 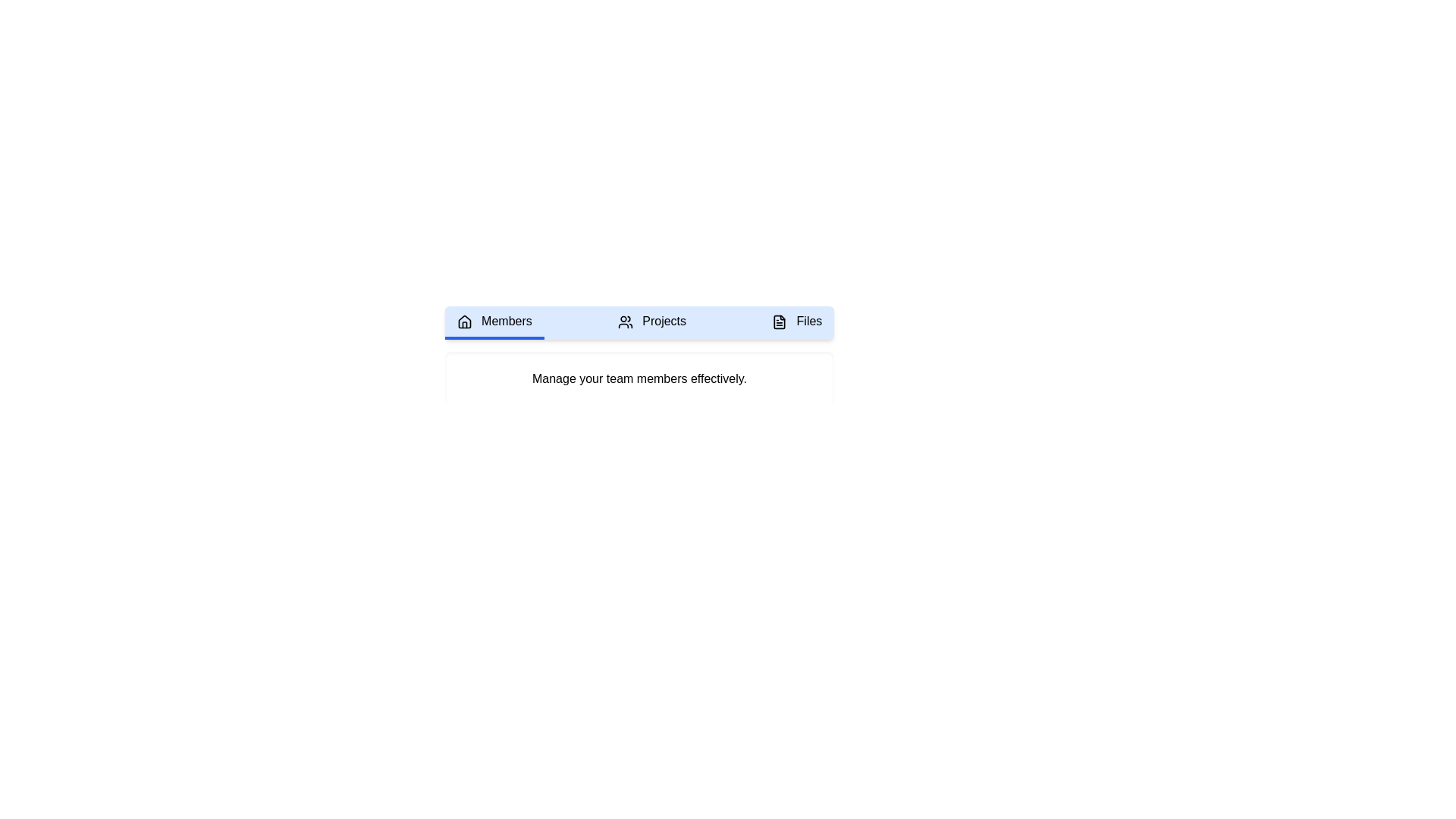 I want to click on the miniature rectangular shape within the file icon located in the top navigation bar on the far-right side, so click(x=780, y=321).